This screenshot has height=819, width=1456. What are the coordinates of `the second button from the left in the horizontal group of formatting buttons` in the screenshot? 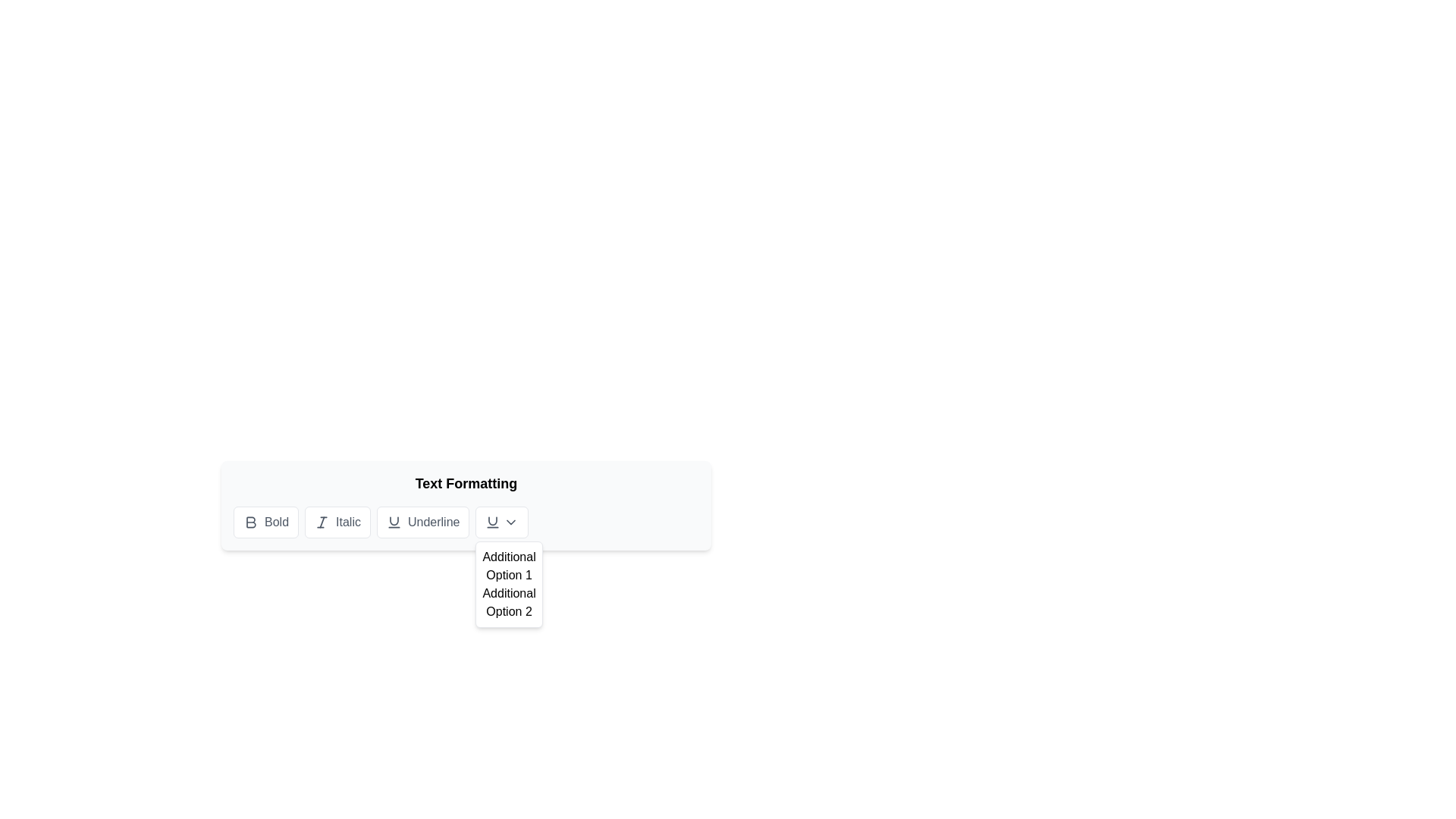 It's located at (337, 522).